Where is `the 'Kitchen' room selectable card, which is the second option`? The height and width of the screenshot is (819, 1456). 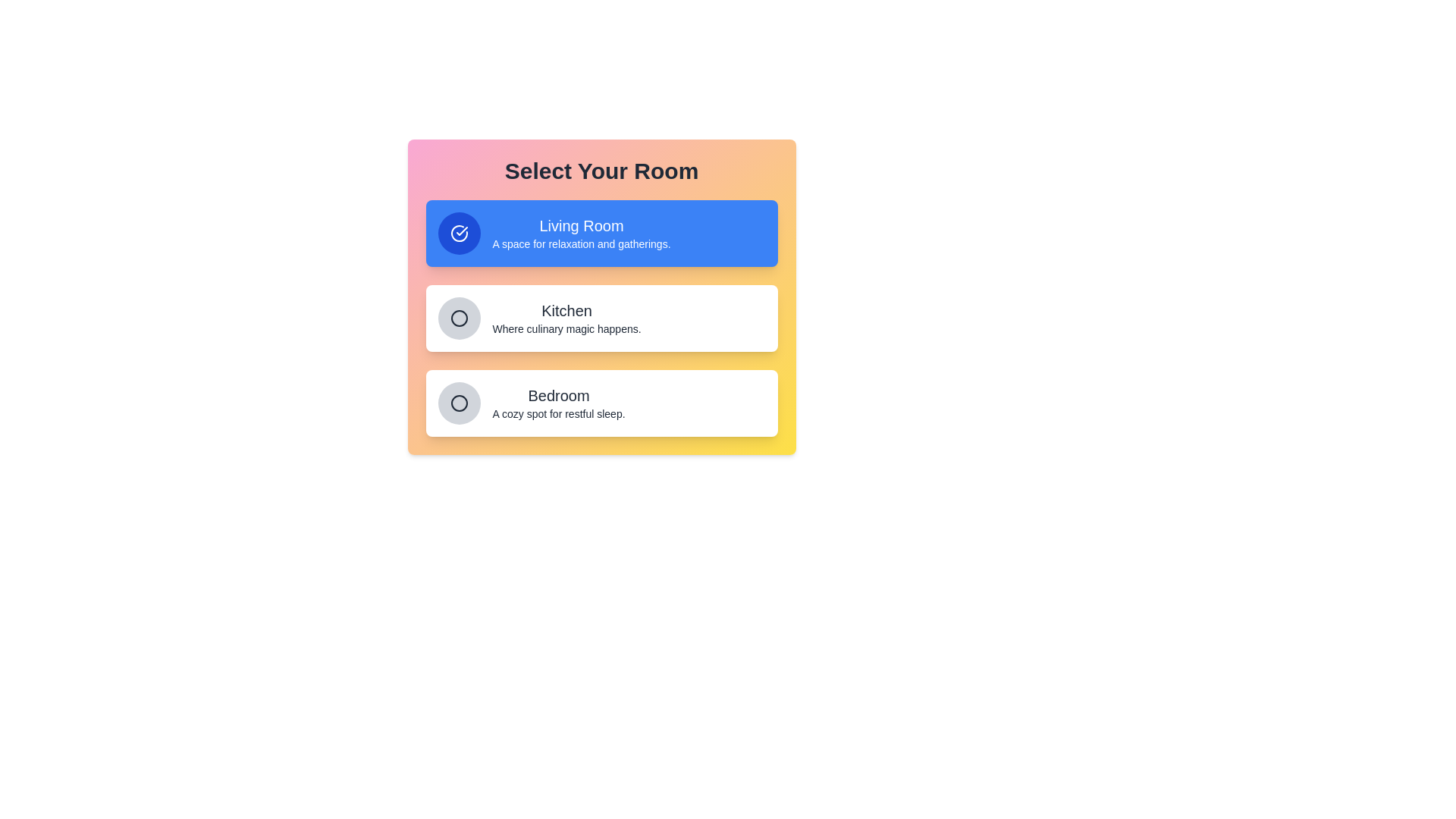
the 'Kitchen' room selectable card, which is the second option is located at coordinates (601, 318).